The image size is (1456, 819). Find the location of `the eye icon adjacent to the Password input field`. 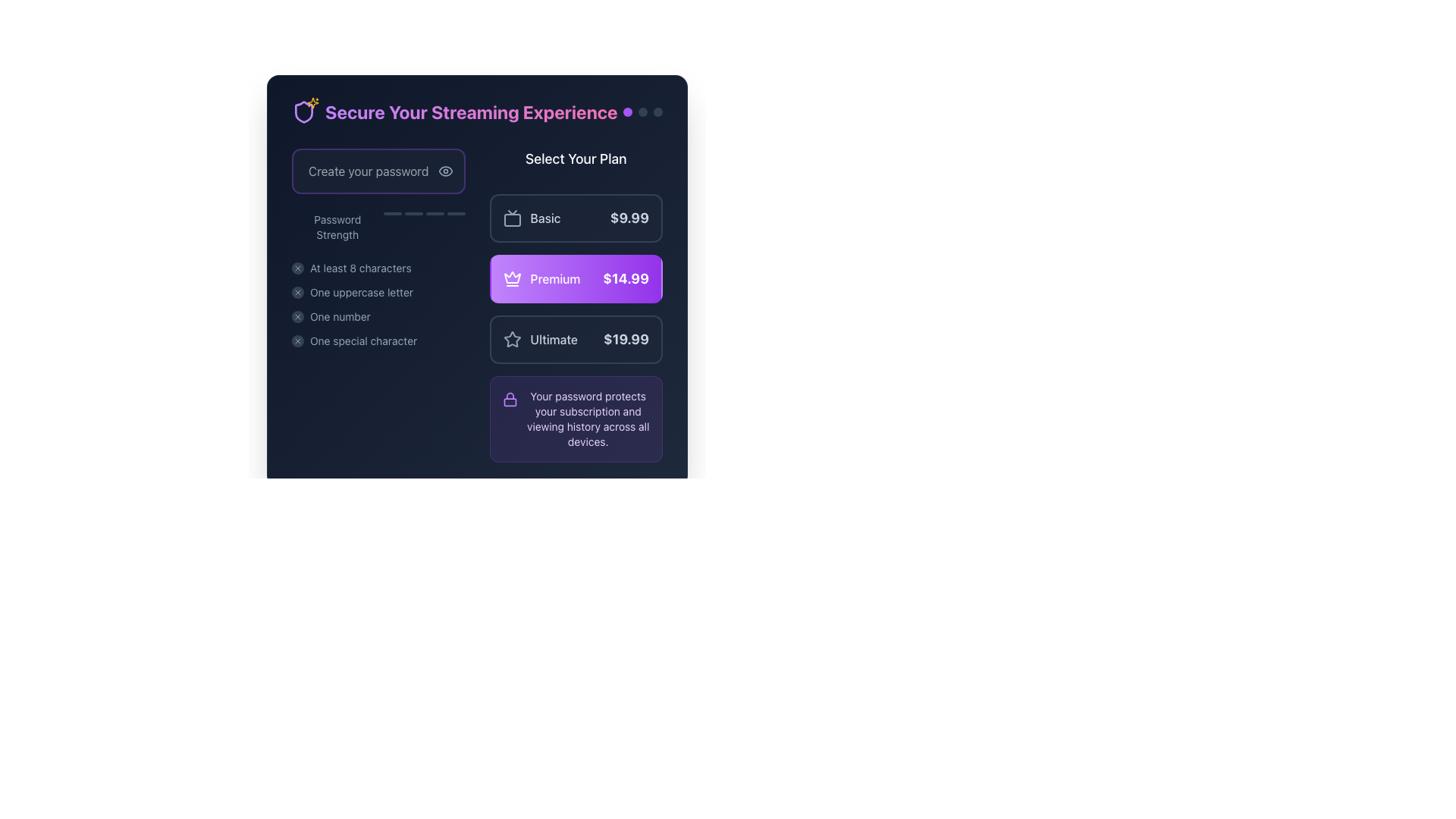

the eye icon adjacent to the Password input field is located at coordinates (378, 171).